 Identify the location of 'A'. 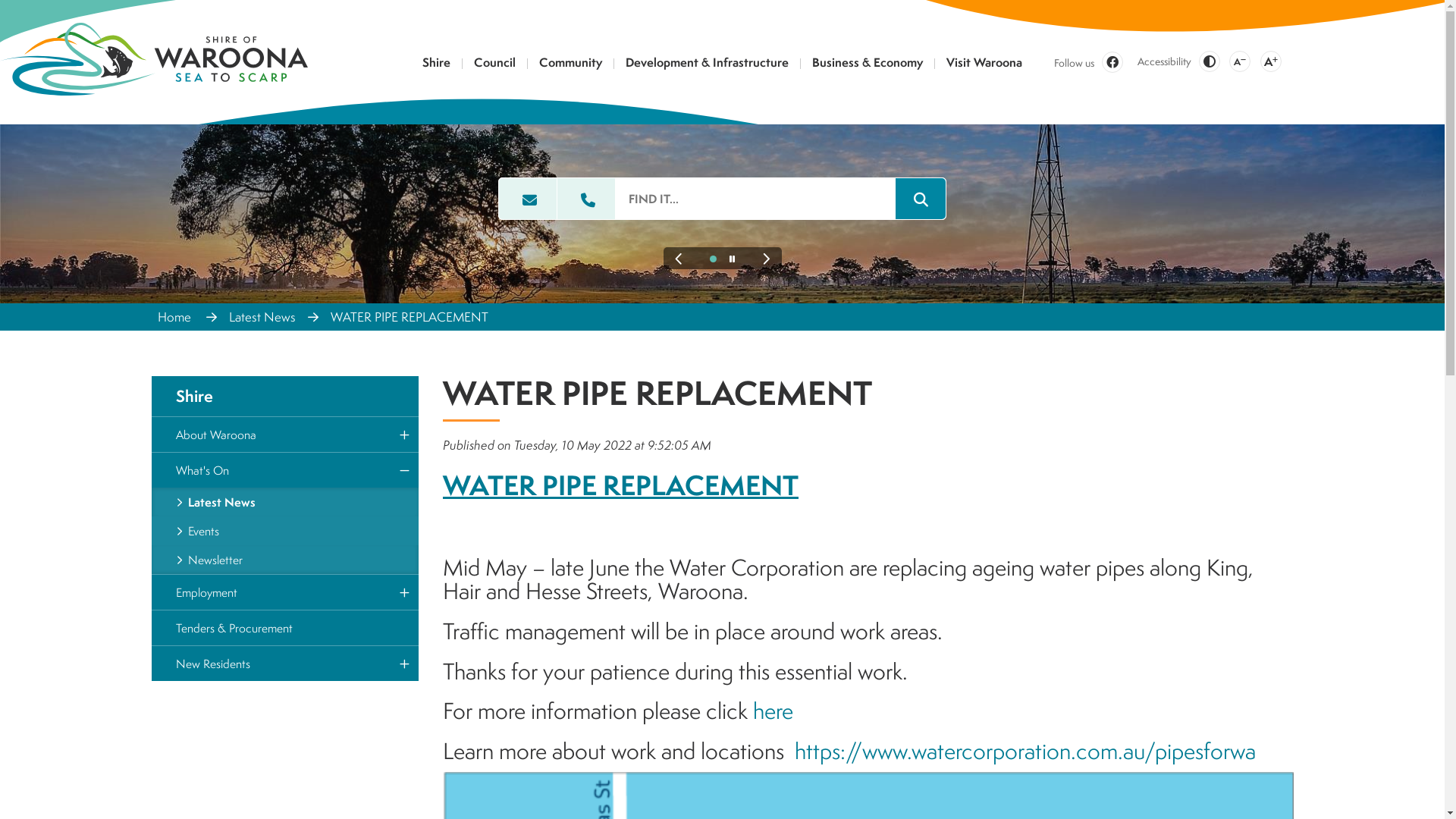
(1229, 61).